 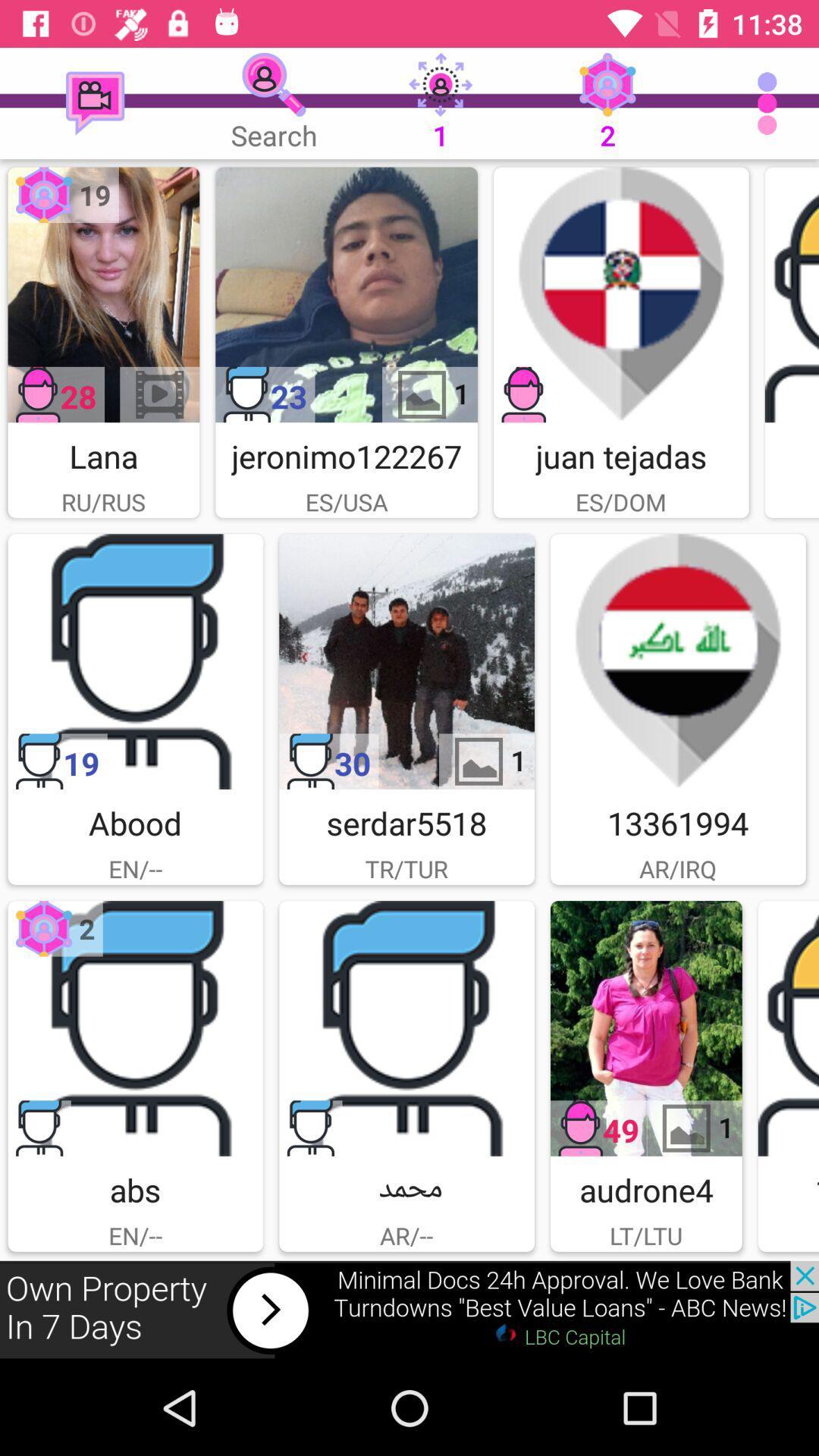 What do you see at coordinates (646, 1028) in the screenshot?
I see `user` at bounding box center [646, 1028].